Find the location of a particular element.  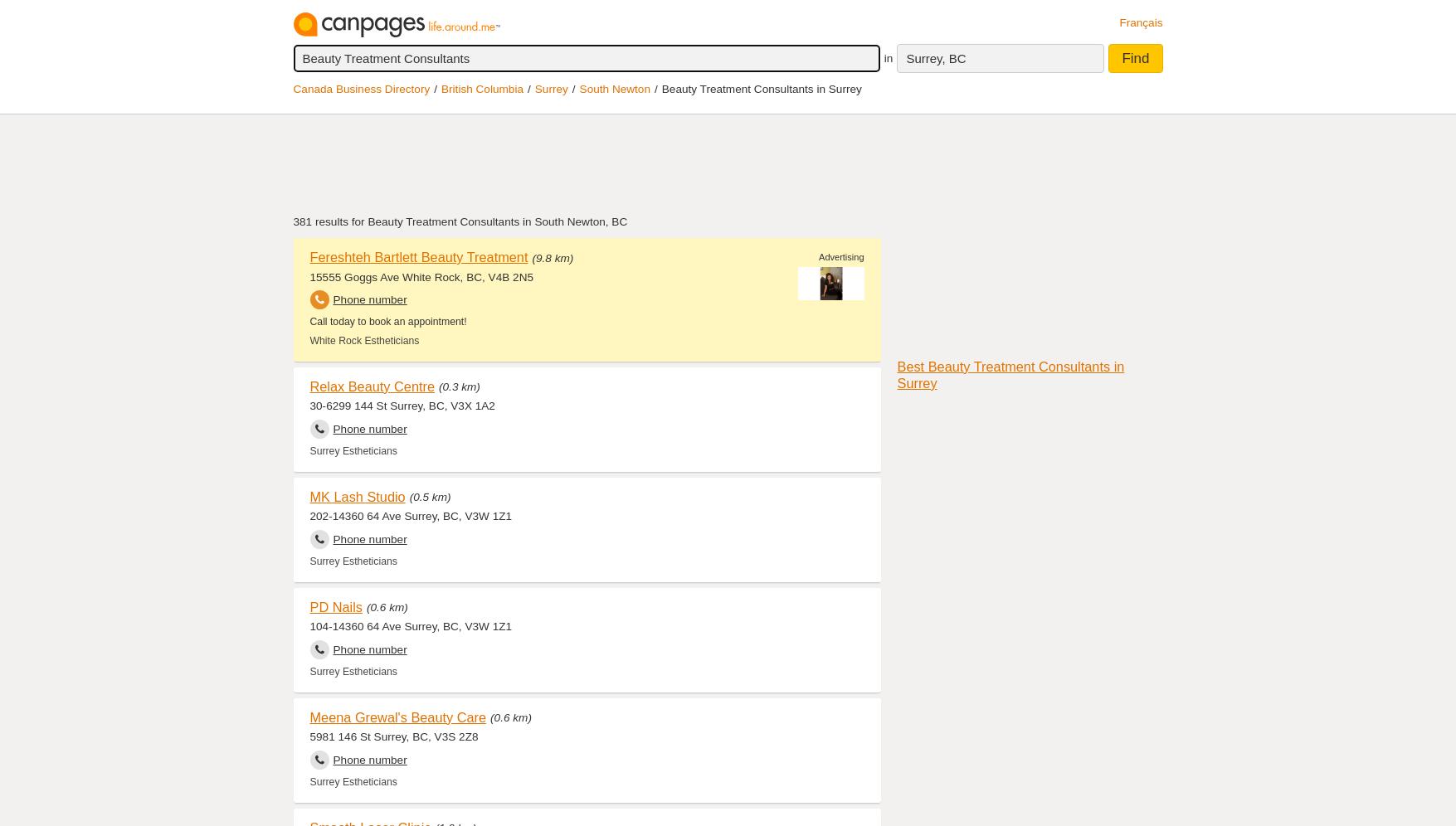

'(0.3 km)' is located at coordinates (458, 386).